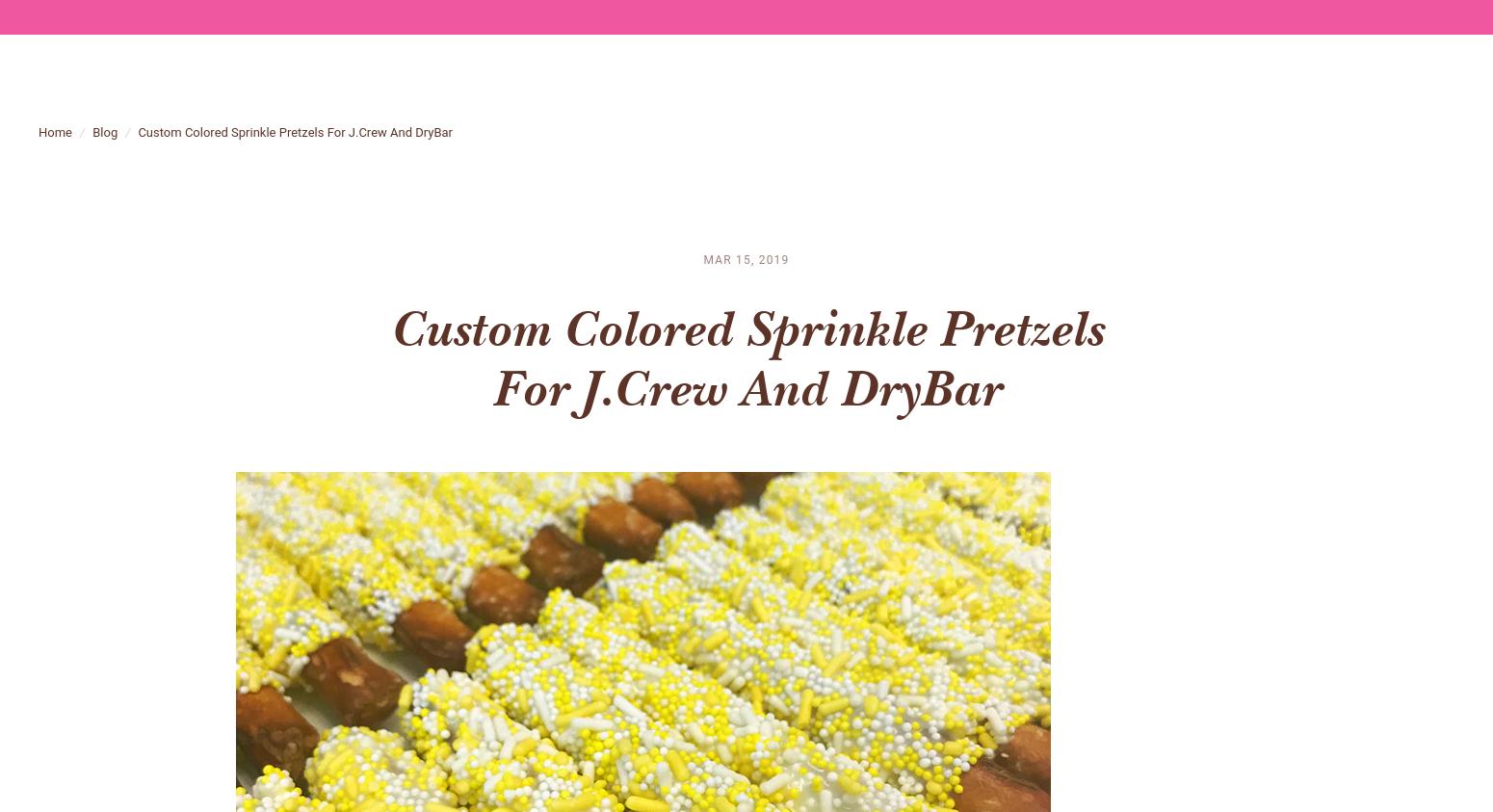 Image resolution: width=1493 pixels, height=812 pixels. Describe the element at coordinates (418, 143) in the screenshot. I see `'DryBar'` at that location.